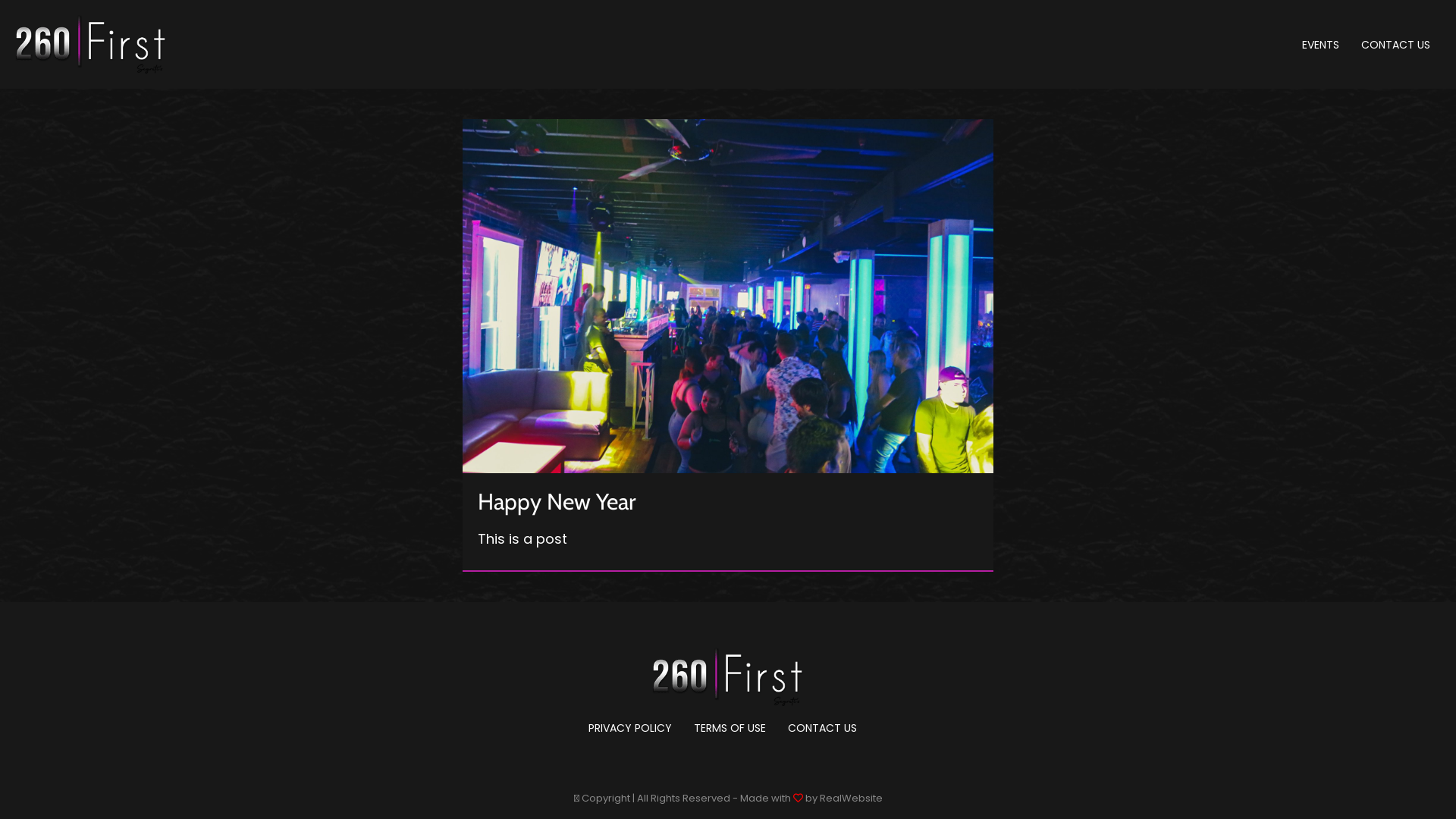 The width and height of the screenshot is (1456, 819). I want to click on 'PRIVACY POLICY', so click(629, 727).